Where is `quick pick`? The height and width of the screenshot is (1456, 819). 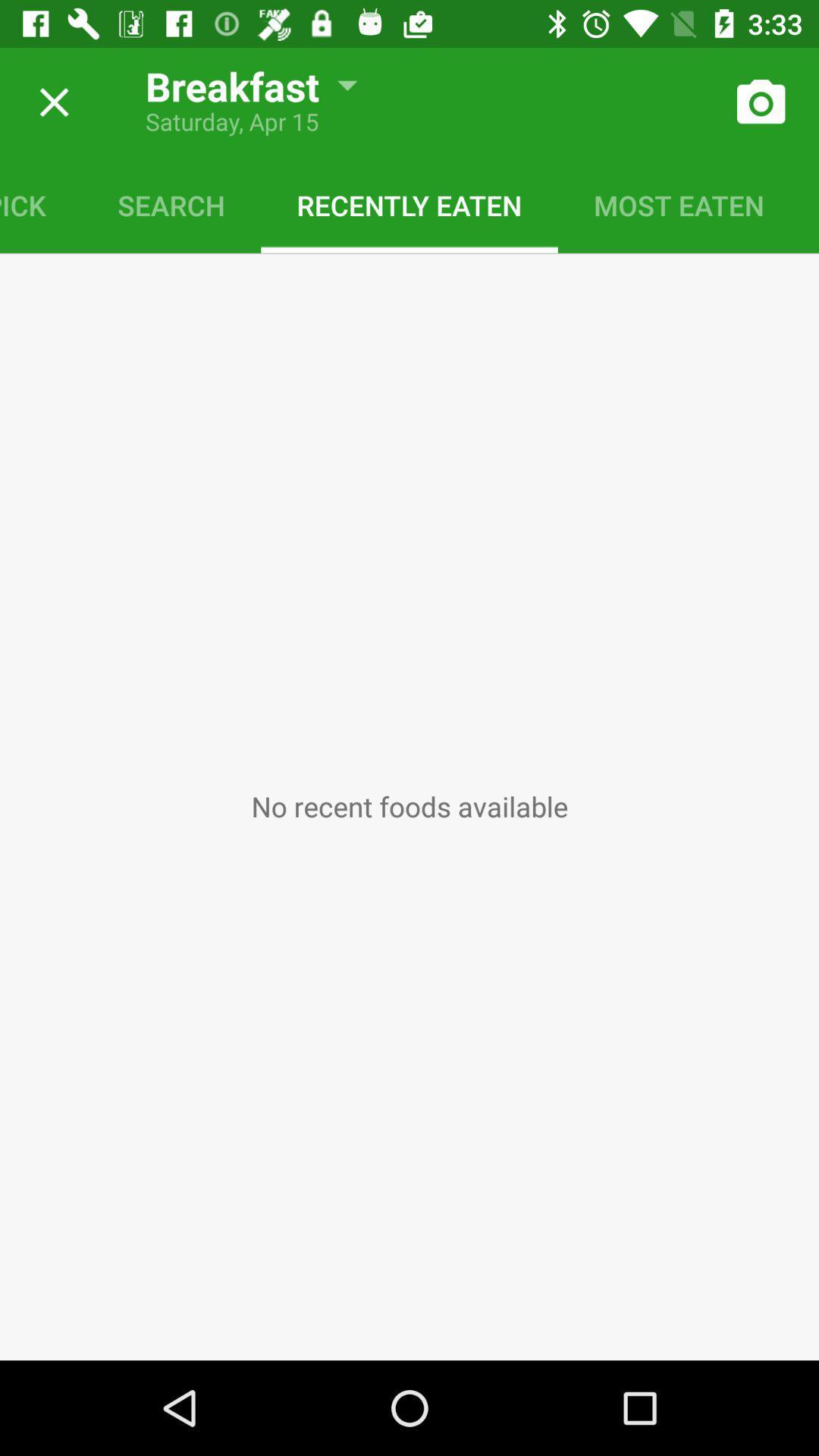 quick pick is located at coordinates (40, 204).